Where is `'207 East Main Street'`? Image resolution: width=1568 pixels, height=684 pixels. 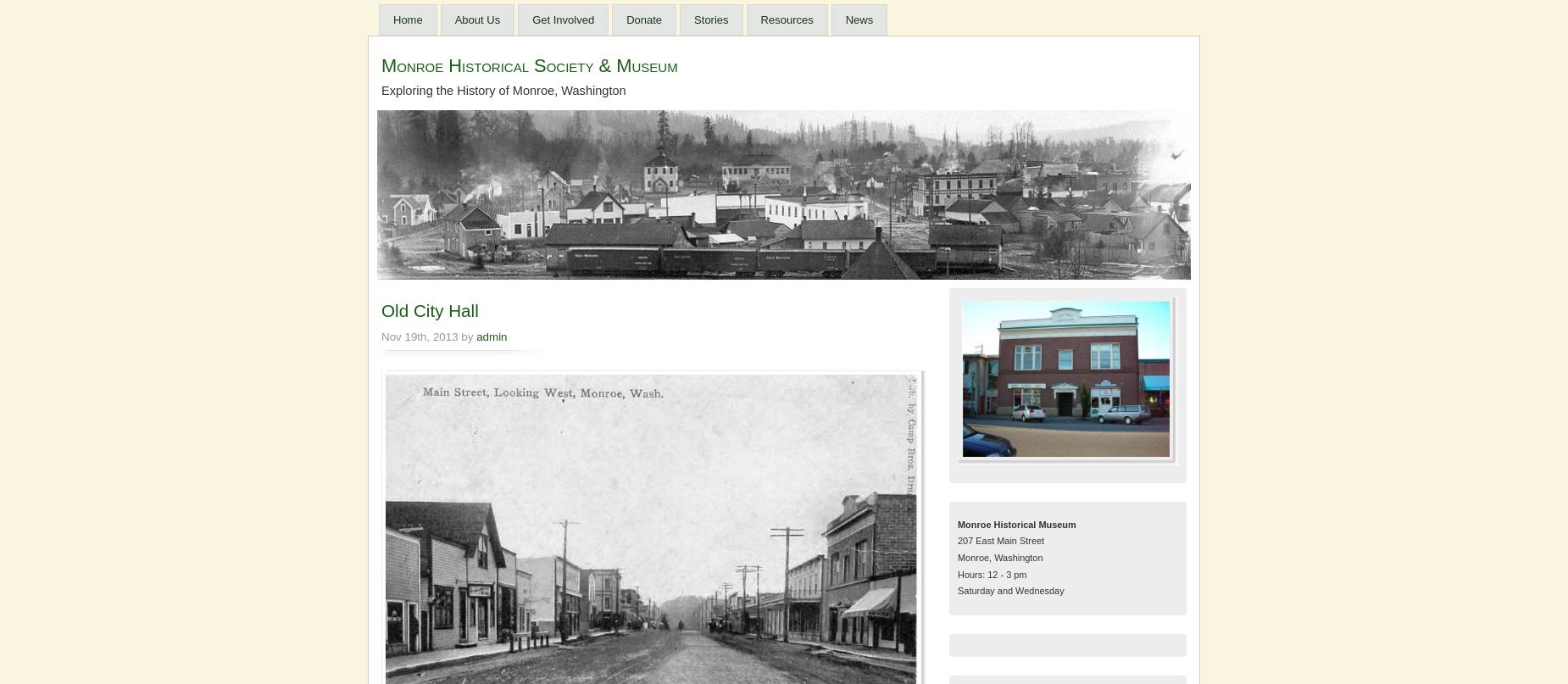 '207 East Main Street' is located at coordinates (1000, 540).